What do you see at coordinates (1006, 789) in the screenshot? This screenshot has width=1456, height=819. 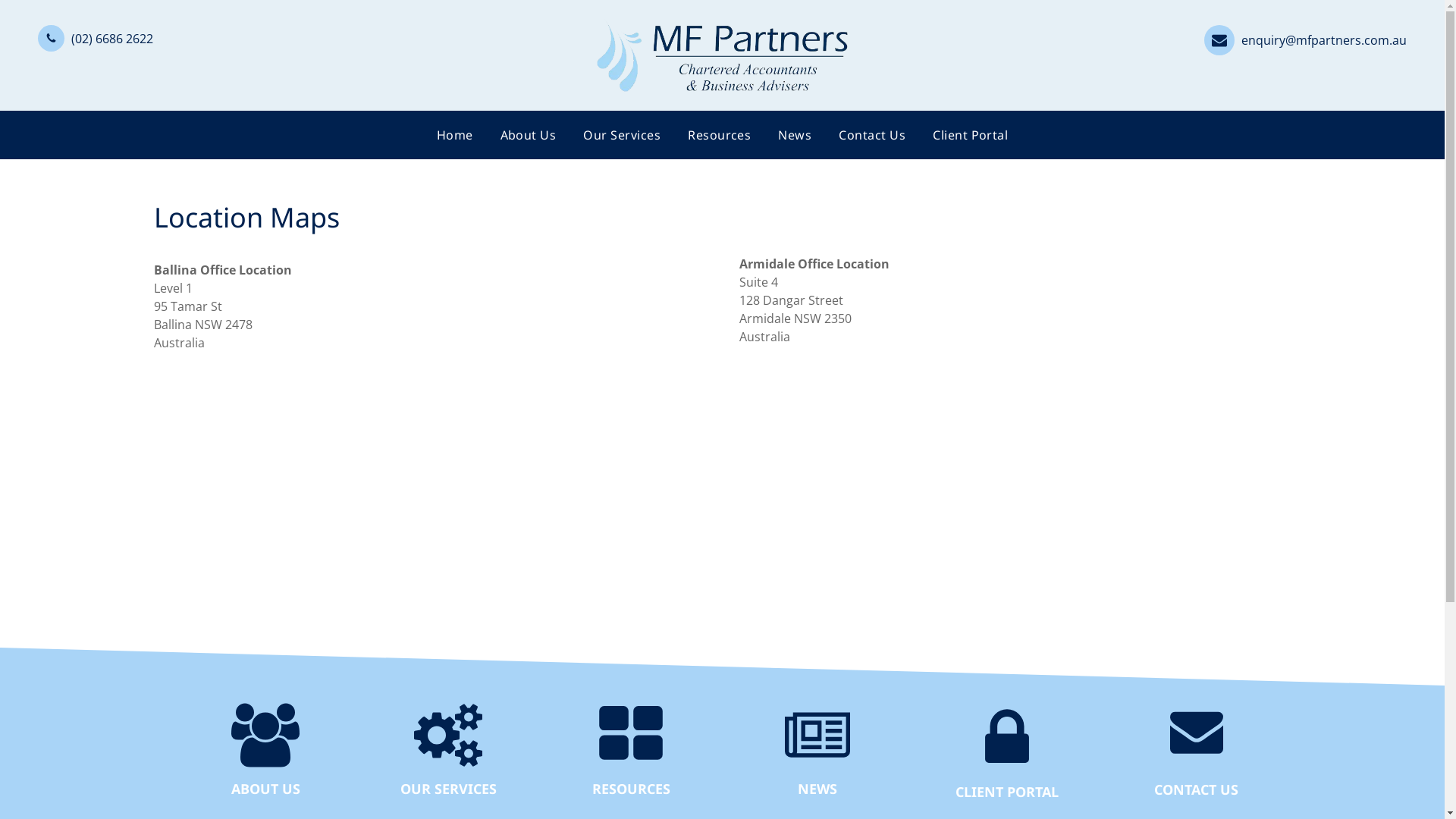 I see `'CLIENT PORTAL'` at bounding box center [1006, 789].